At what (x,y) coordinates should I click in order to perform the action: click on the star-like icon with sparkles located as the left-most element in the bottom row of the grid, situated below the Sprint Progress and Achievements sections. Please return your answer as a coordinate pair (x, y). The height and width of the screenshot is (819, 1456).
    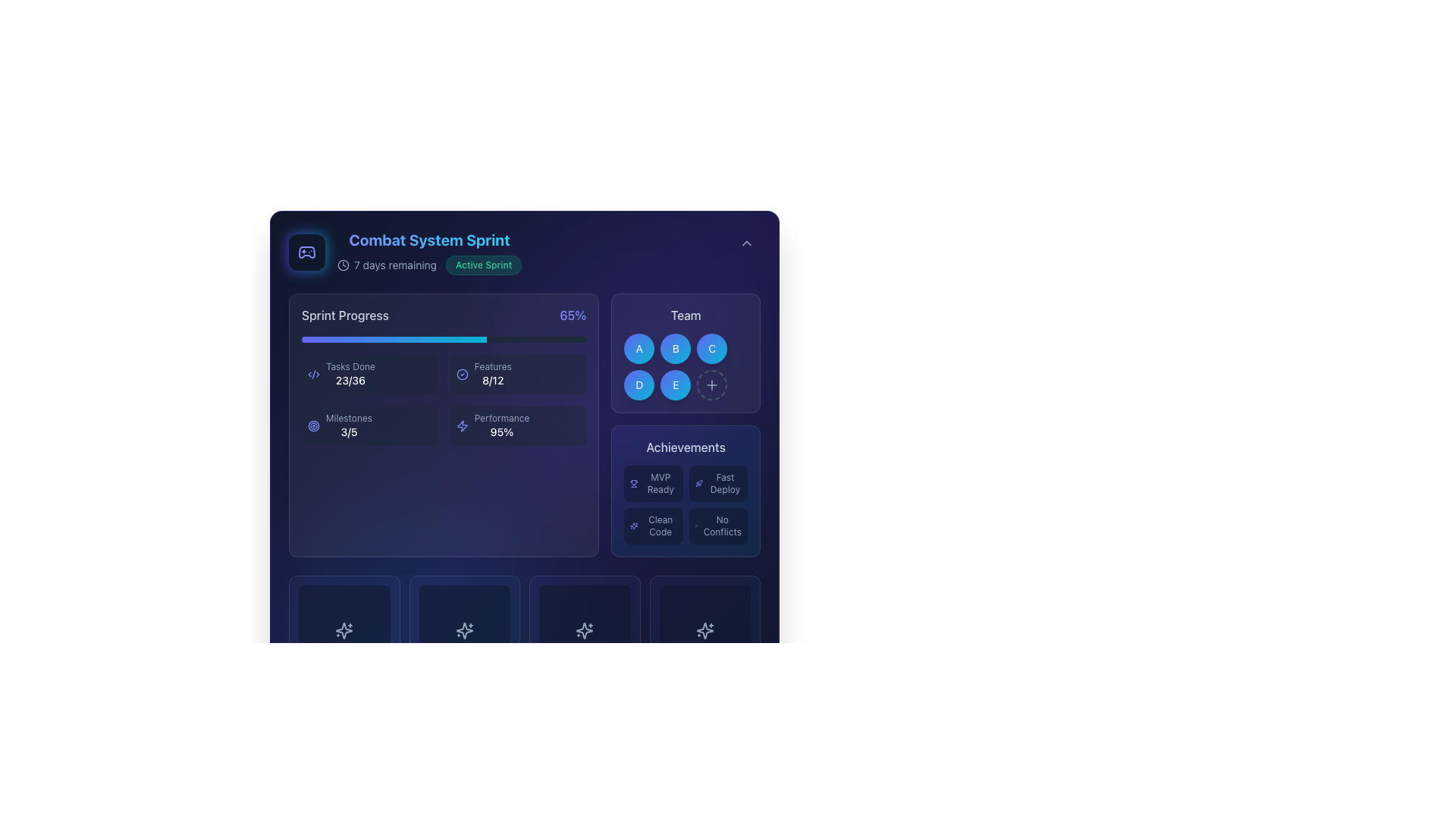
    Looking at the image, I should click on (344, 631).